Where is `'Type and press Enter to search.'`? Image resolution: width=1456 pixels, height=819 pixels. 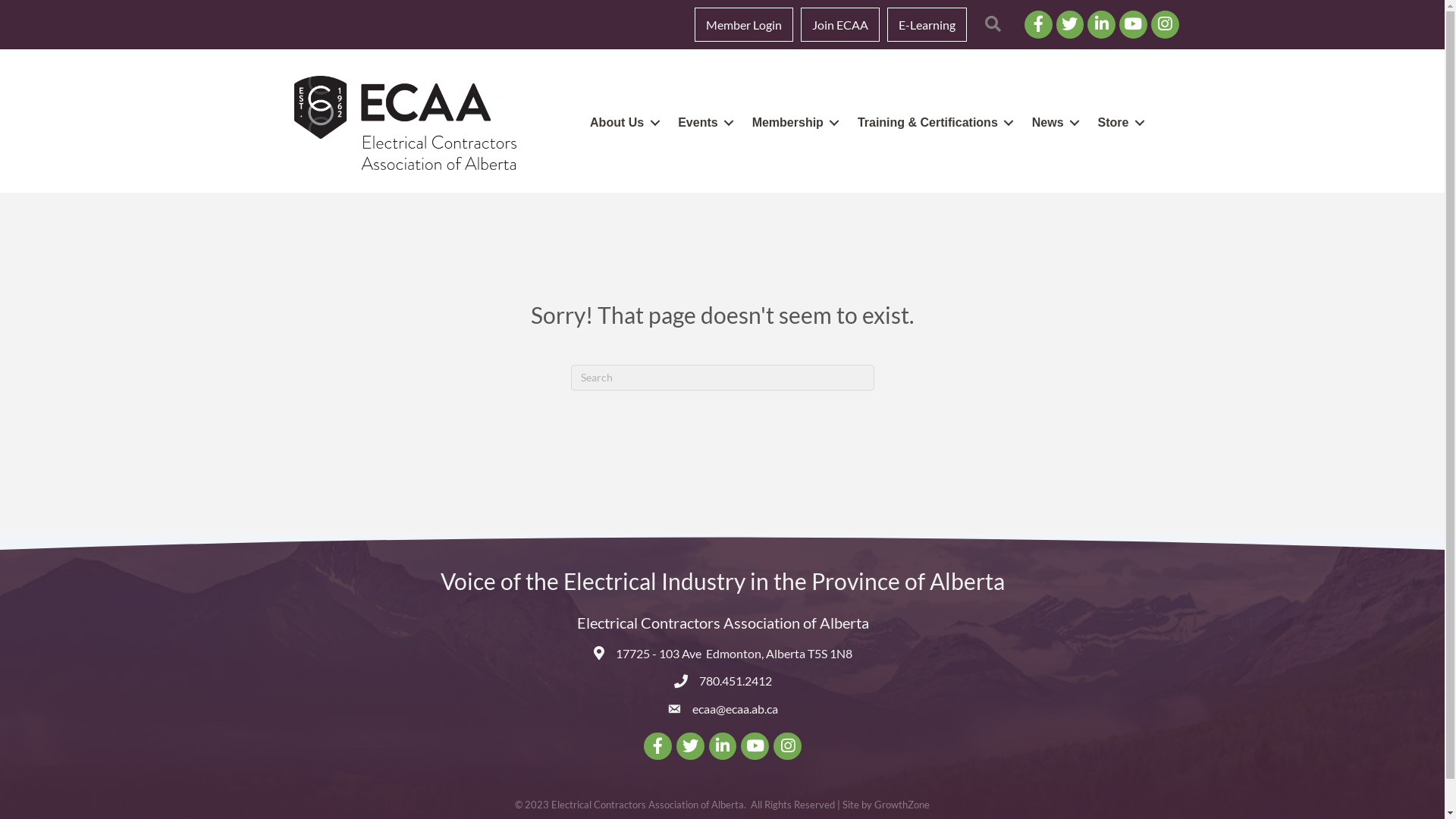
'Type and press Enter to search.' is located at coordinates (720, 376).